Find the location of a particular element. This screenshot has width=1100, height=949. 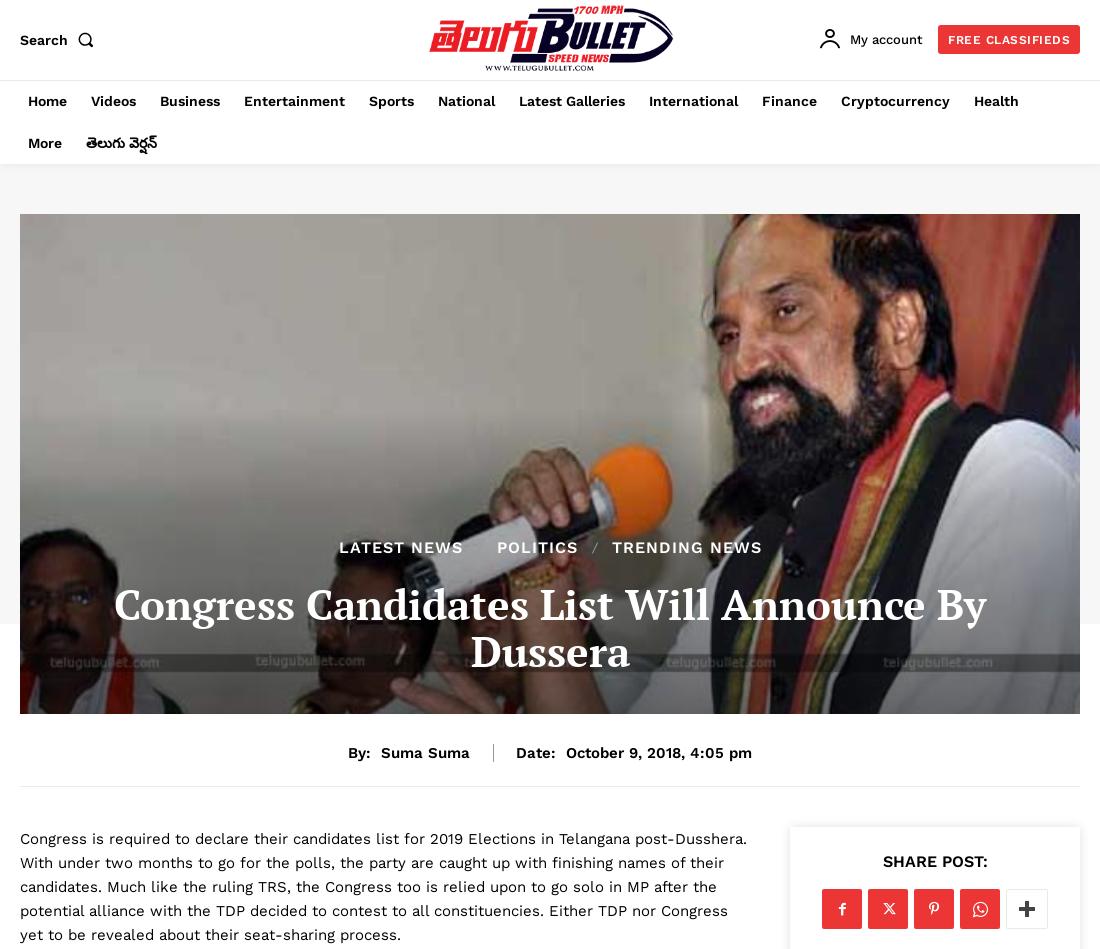

'National' is located at coordinates (465, 100).